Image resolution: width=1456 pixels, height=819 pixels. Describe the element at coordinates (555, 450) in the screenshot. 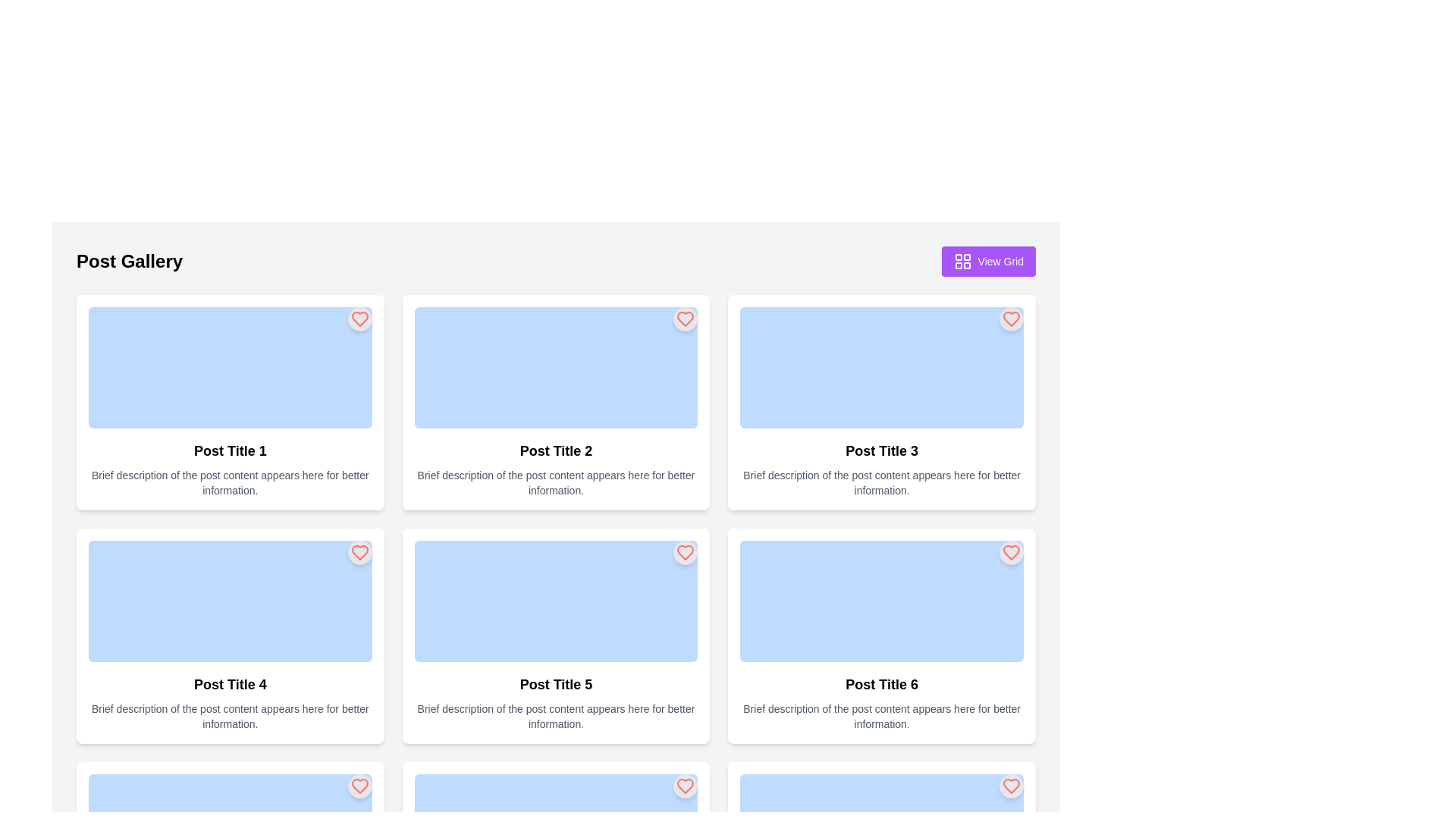

I see `prominently styled heading text 'Post Title 2' located centrally within the second card of the grid layout` at that location.